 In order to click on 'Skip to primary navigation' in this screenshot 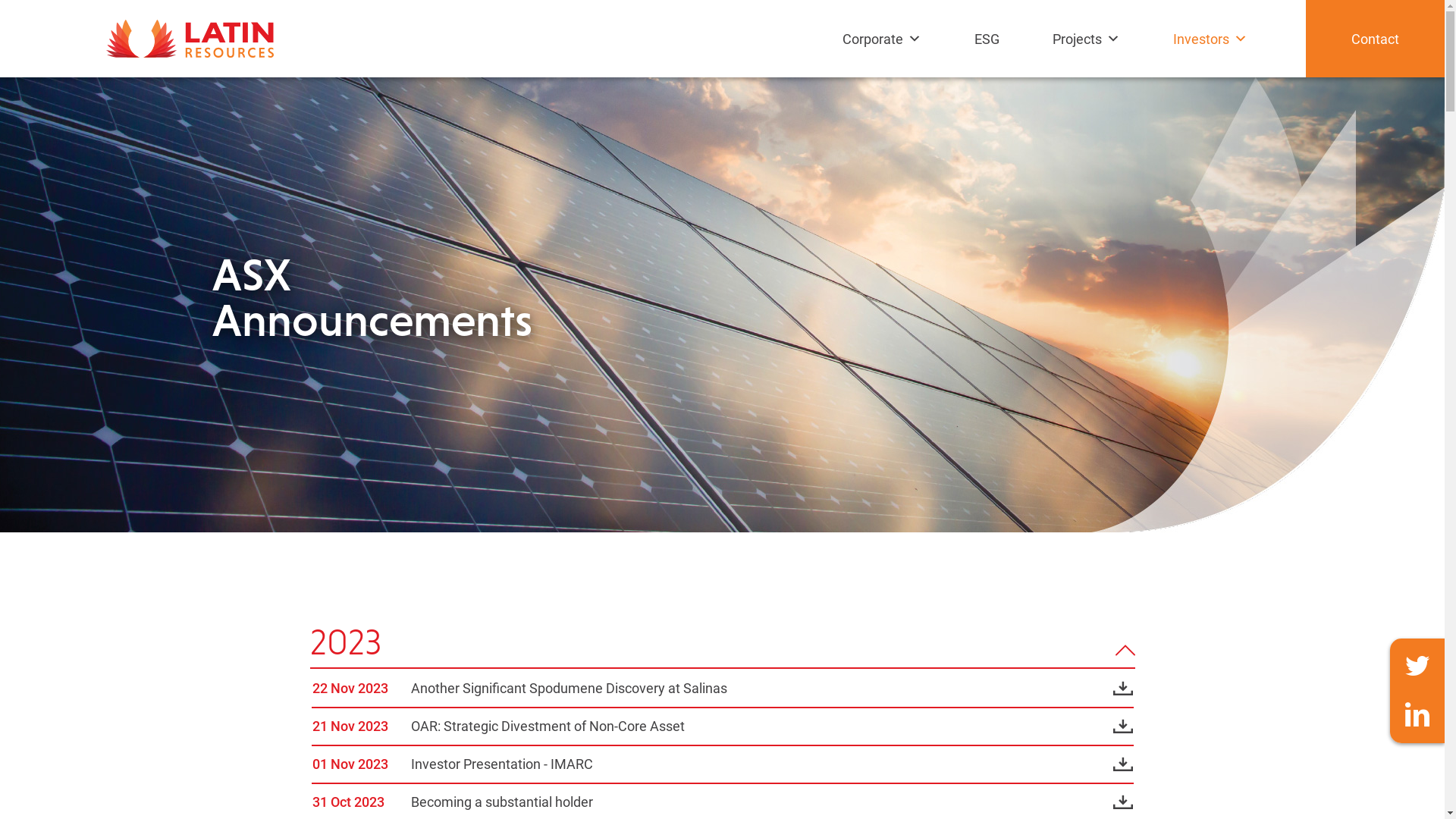, I will do `click(0, 0)`.